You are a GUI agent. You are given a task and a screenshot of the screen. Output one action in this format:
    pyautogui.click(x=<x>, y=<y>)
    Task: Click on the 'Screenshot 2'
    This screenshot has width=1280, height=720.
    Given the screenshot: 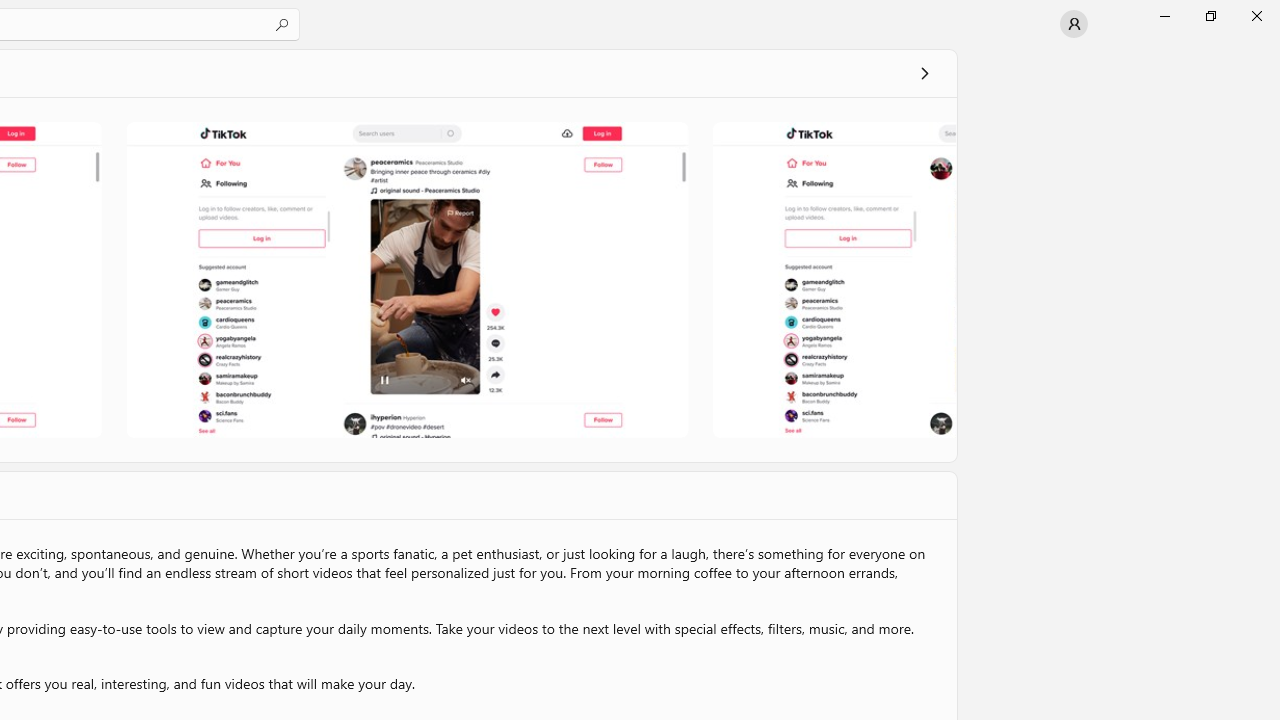 What is the action you would take?
    pyautogui.click(x=406, y=279)
    